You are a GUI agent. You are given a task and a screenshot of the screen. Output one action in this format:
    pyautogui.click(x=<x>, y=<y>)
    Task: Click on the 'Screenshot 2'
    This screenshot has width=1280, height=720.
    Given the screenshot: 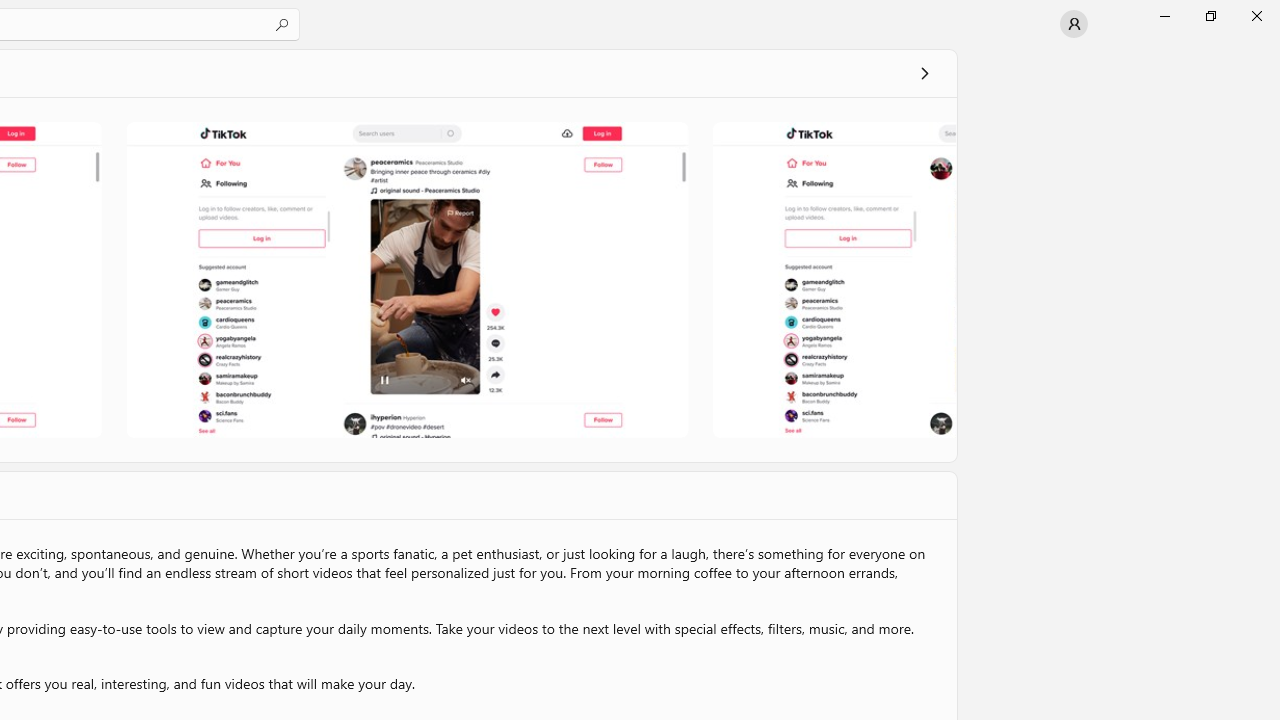 What is the action you would take?
    pyautogui.click(x=406, y=279)
    